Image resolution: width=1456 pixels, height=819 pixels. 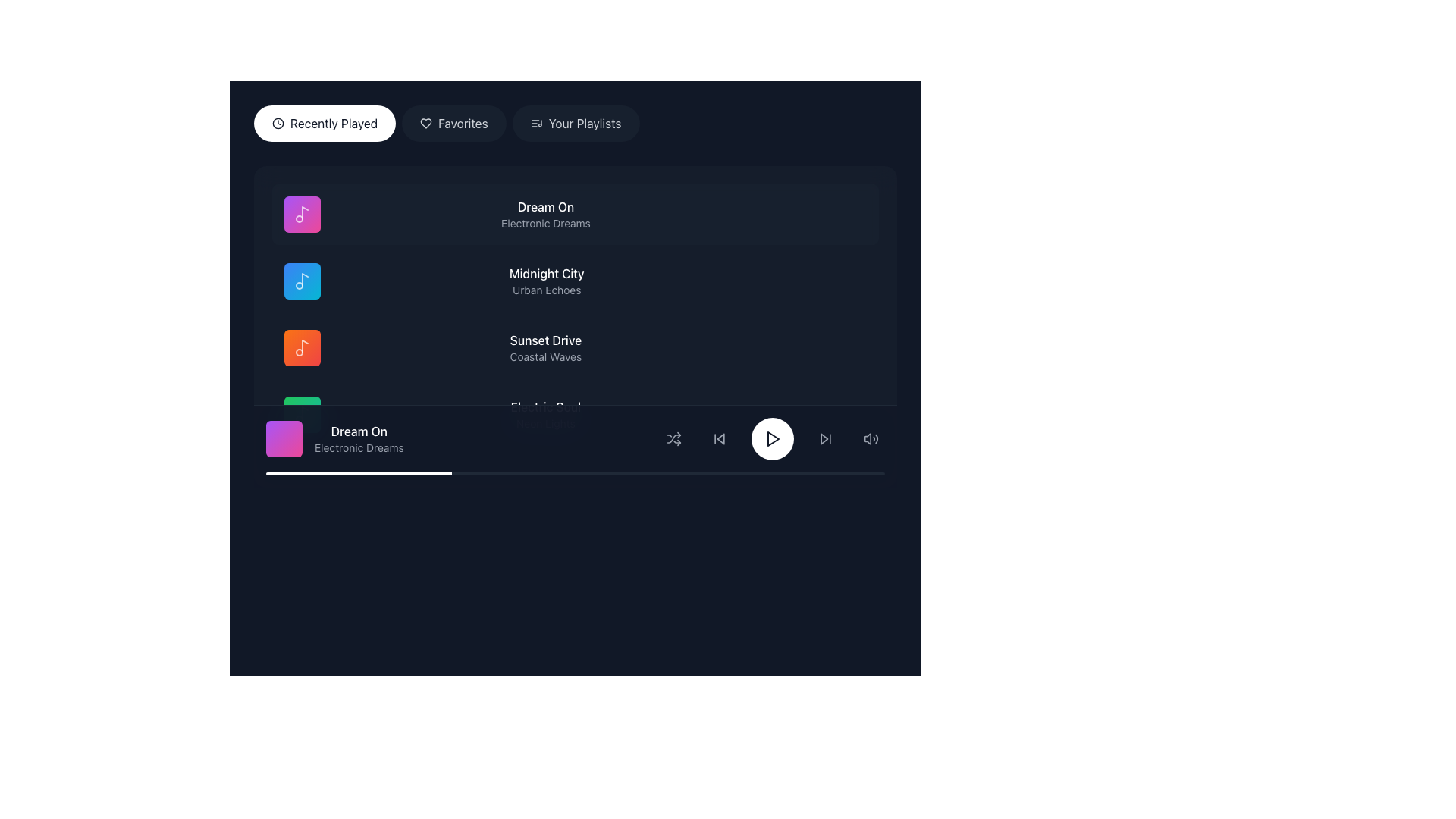 What do you see at coordinates (358, 431) in the screenshot?
I see `the 'Dream On' text label, which is displayed in a white font and is part of a music playlist item` at bounding box center [358, 431].